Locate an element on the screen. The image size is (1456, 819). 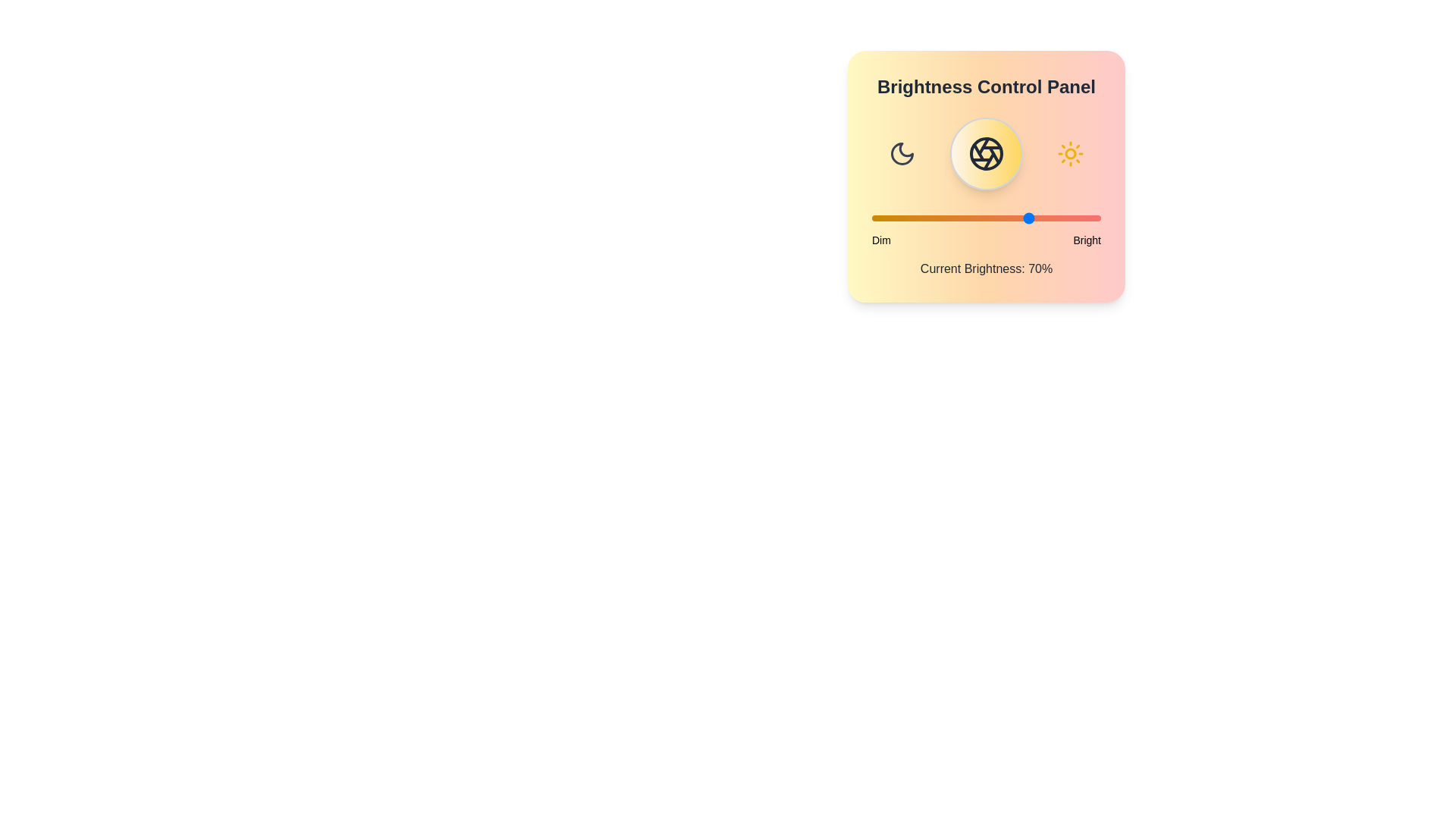
the moon icon to provide visual feedback is located at coordinates (902, 154).